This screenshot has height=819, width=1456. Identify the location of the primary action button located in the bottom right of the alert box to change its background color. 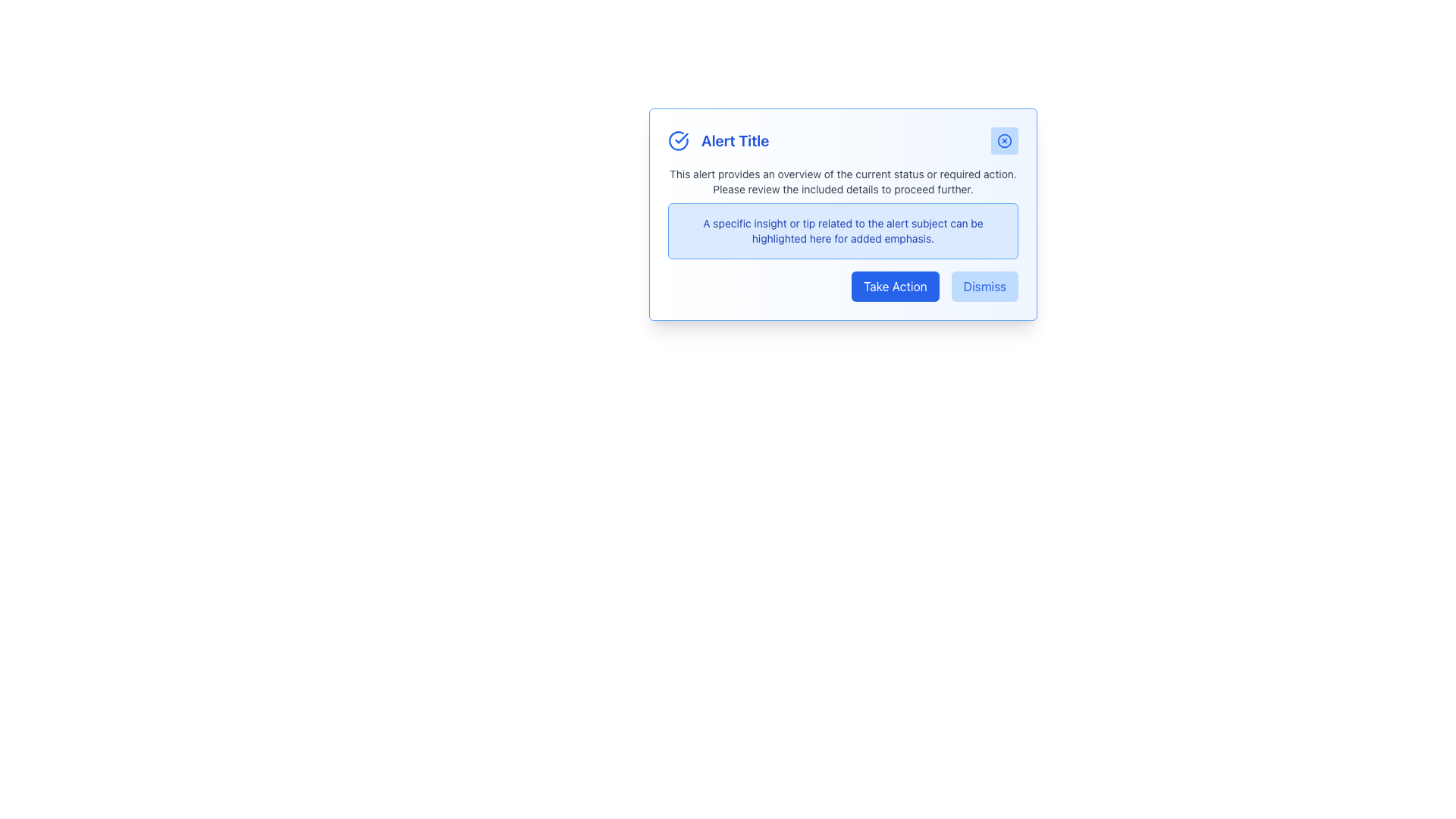
(895, 287).